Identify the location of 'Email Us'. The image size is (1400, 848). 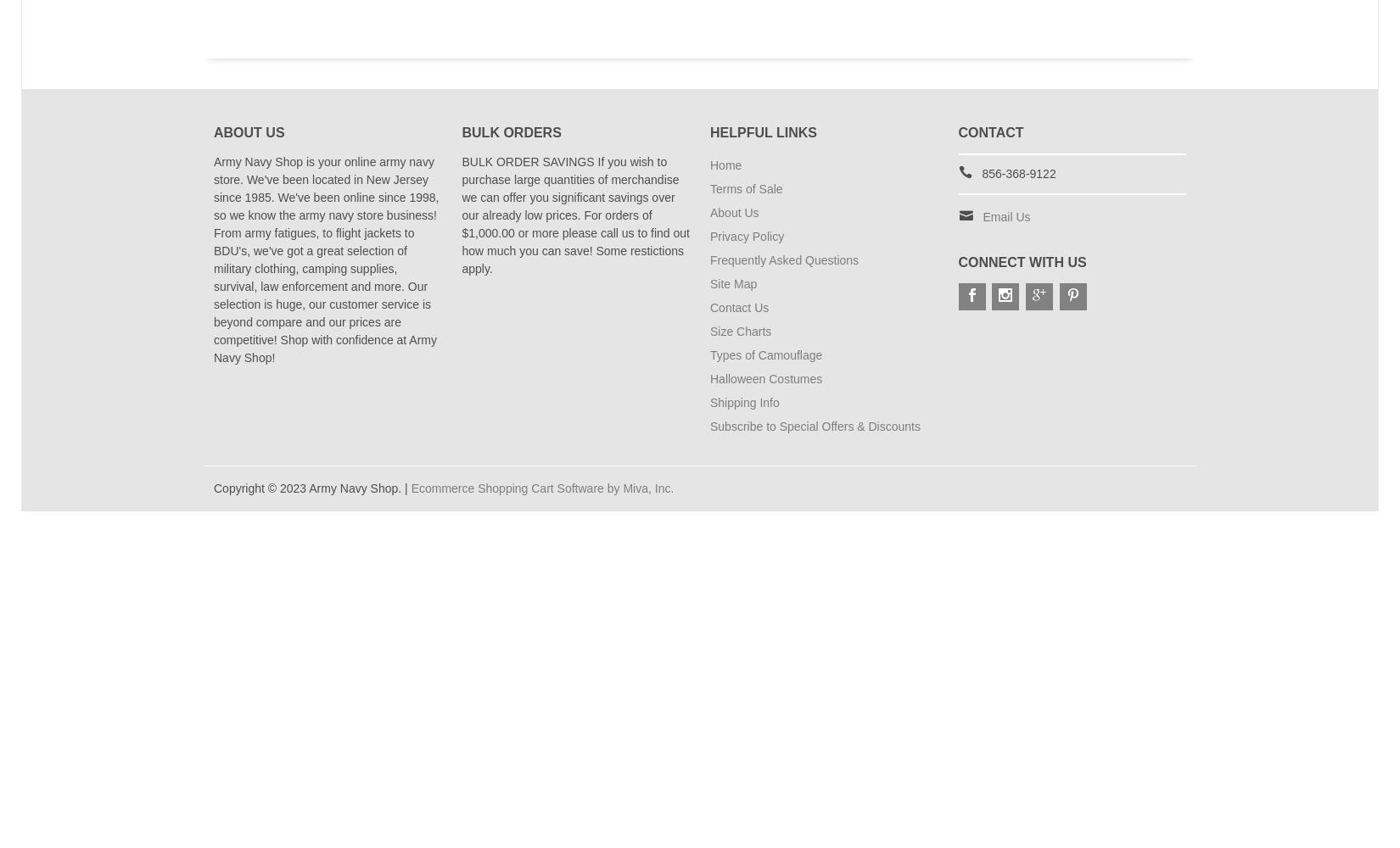
(982, 216).